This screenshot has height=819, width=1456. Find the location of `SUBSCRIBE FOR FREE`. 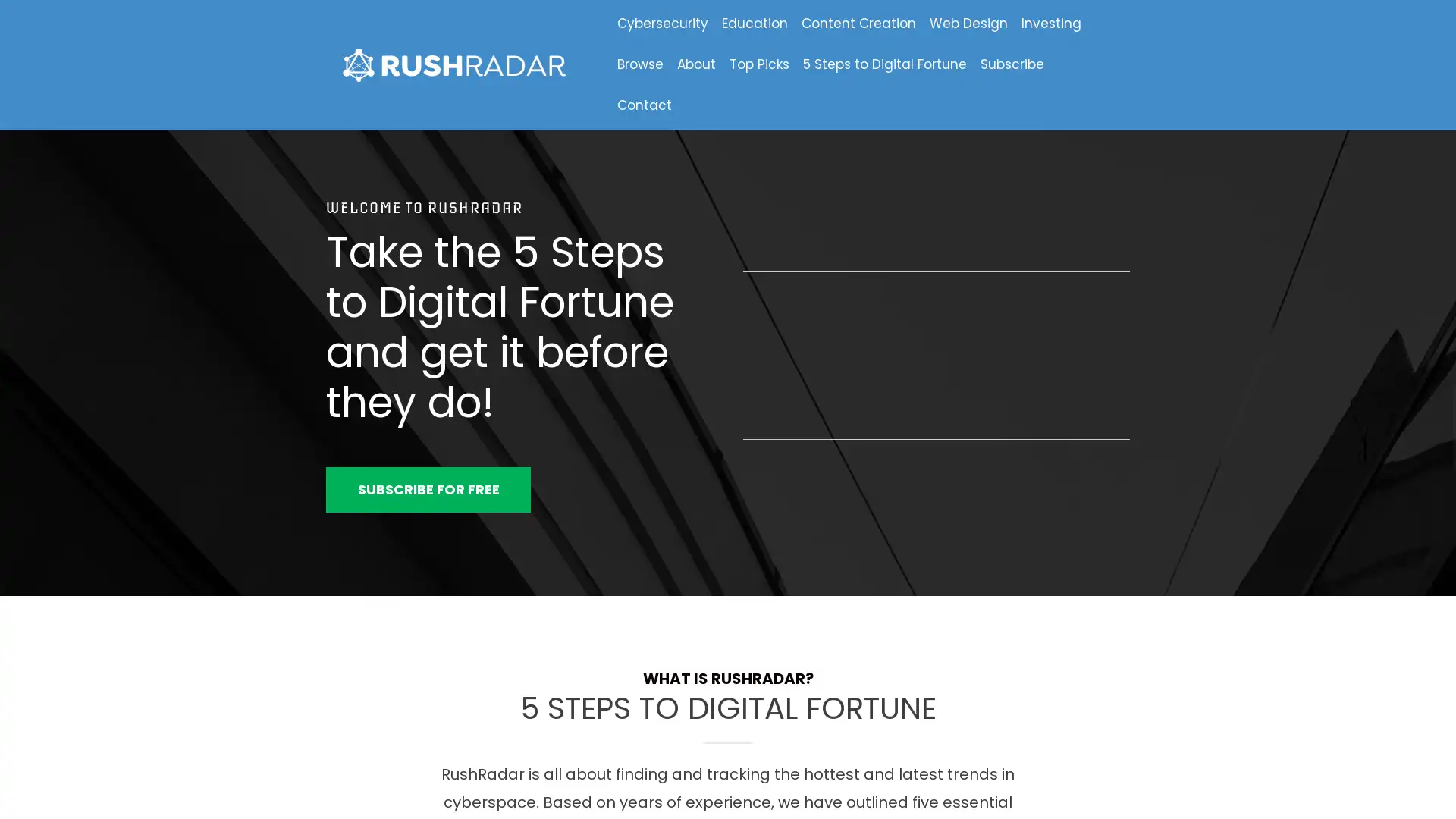

SUBSCRIBE FOR FREE is located at coordinates (428, 489).